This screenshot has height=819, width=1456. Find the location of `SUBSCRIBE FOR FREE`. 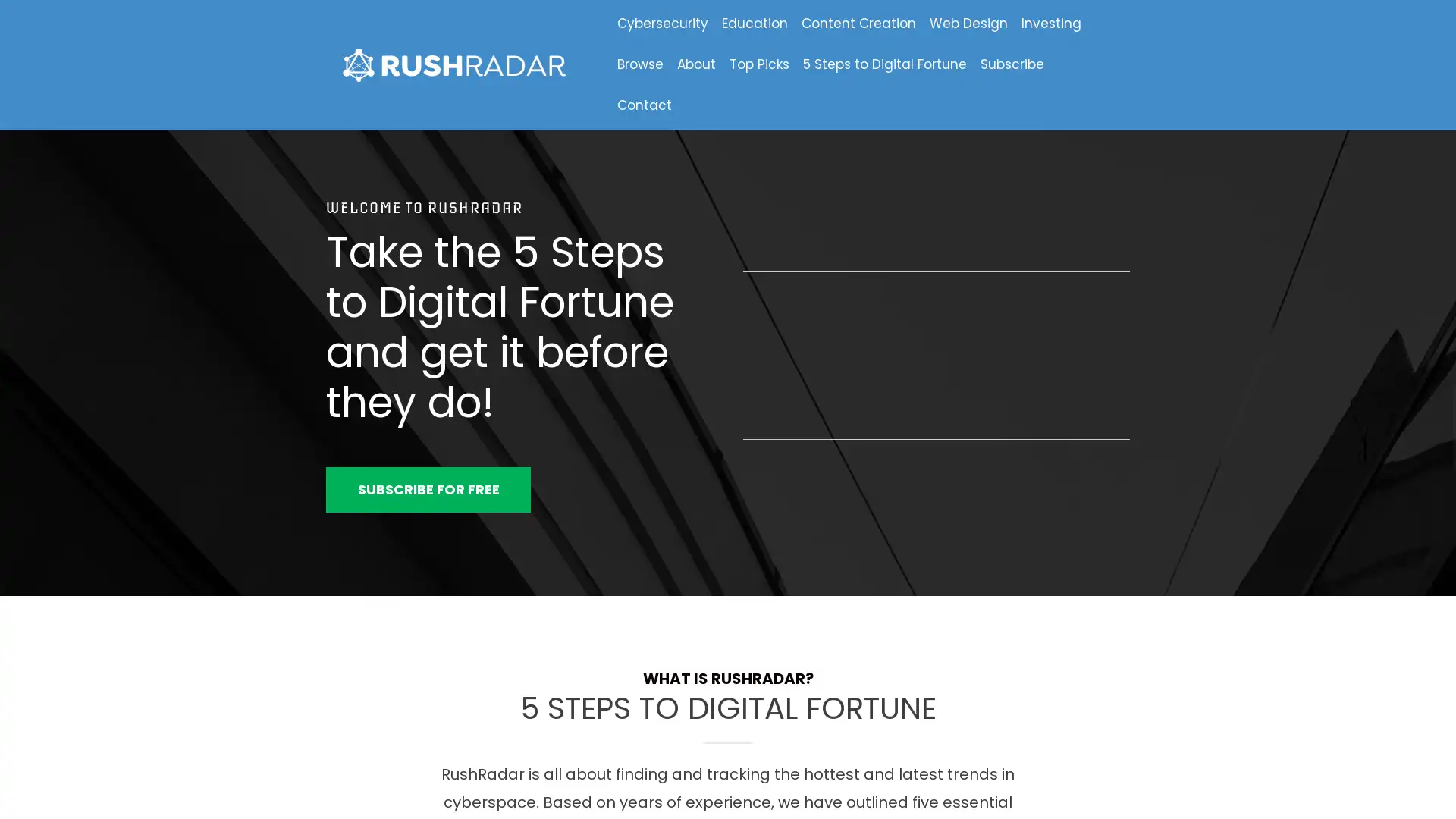

SUBSCRIBE FOR FREE is located at coordinates (428, 489).